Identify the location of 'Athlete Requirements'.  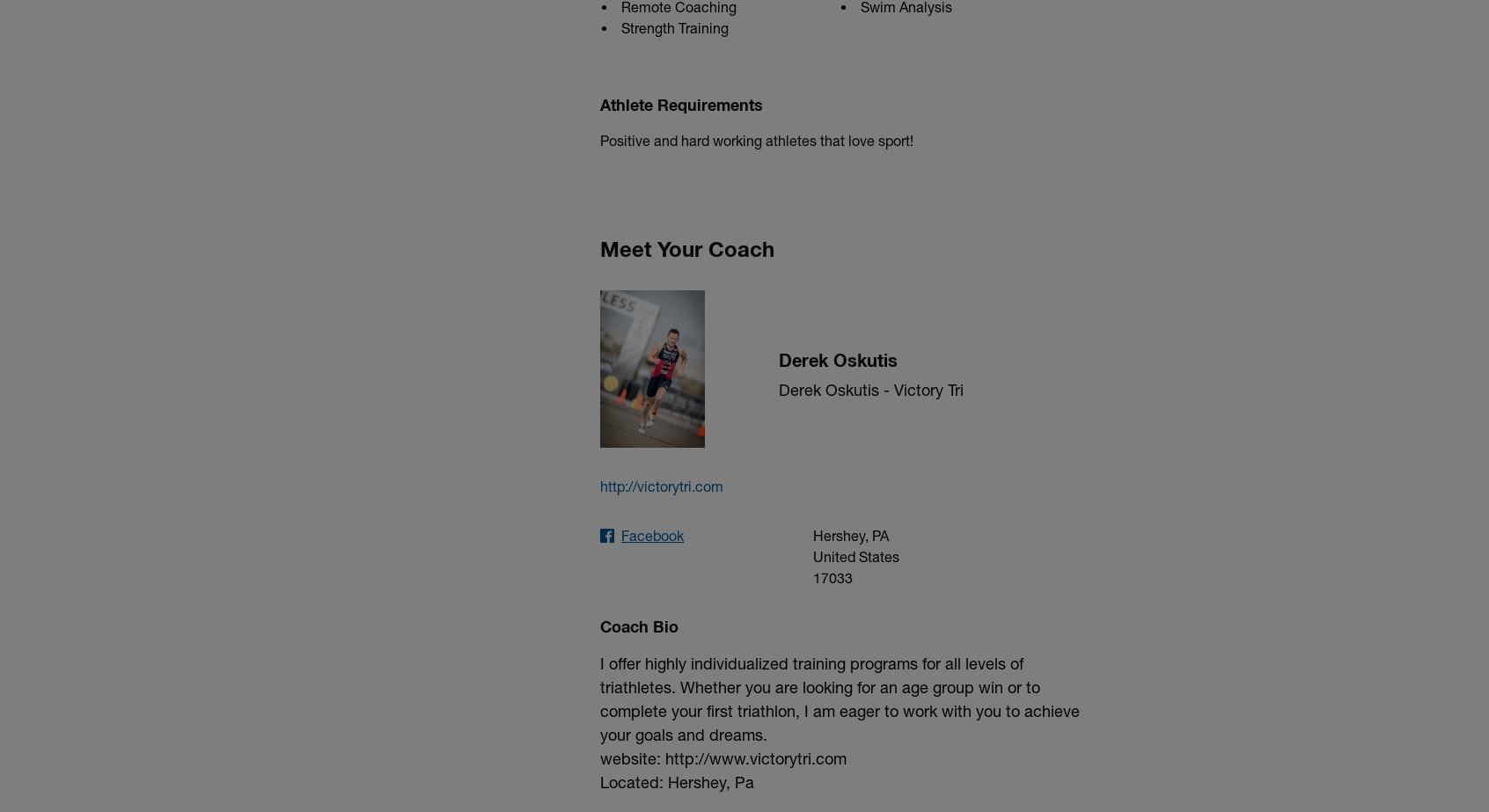
(600, 103).